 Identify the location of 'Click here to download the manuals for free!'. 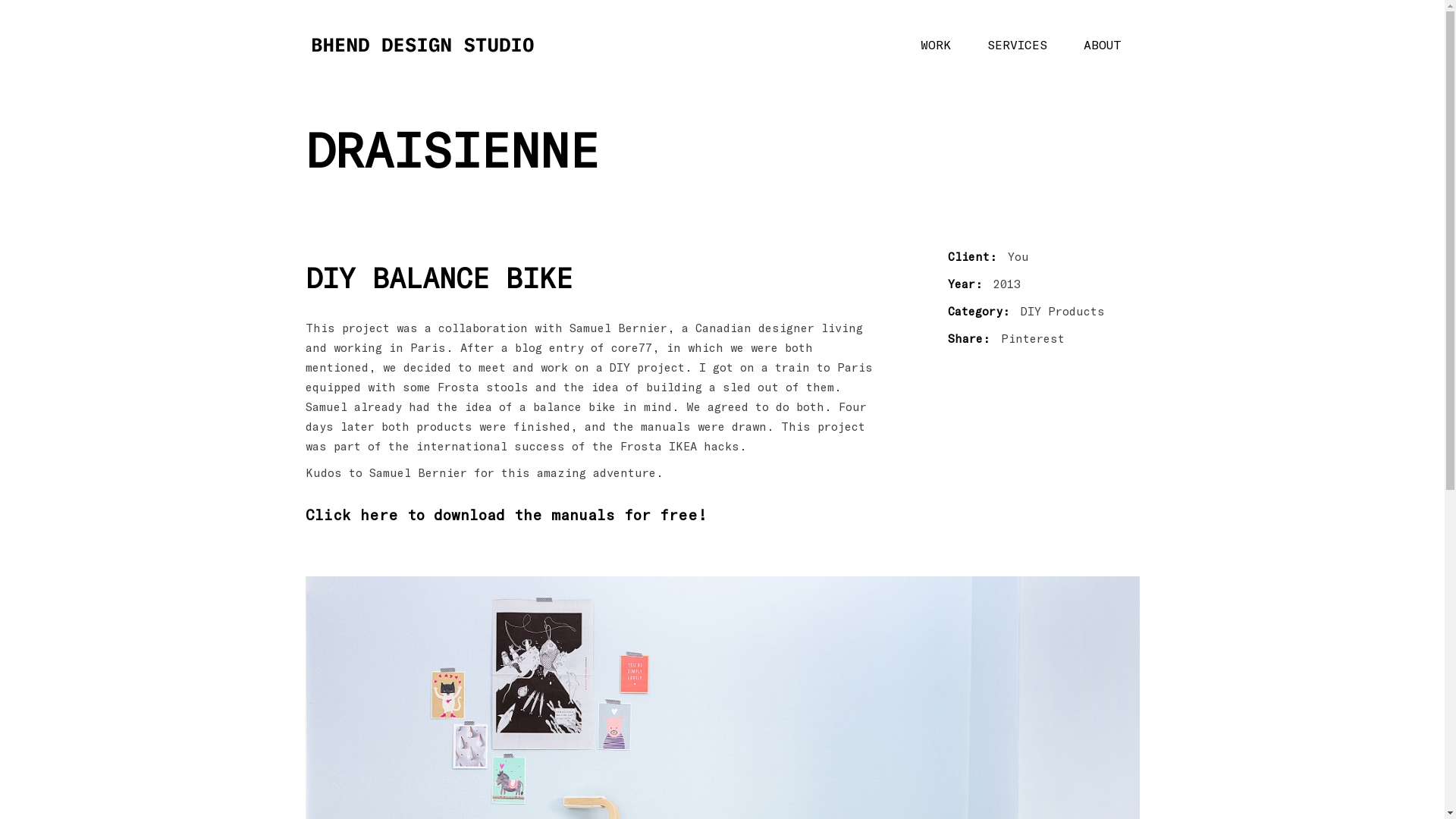
(505, 513).